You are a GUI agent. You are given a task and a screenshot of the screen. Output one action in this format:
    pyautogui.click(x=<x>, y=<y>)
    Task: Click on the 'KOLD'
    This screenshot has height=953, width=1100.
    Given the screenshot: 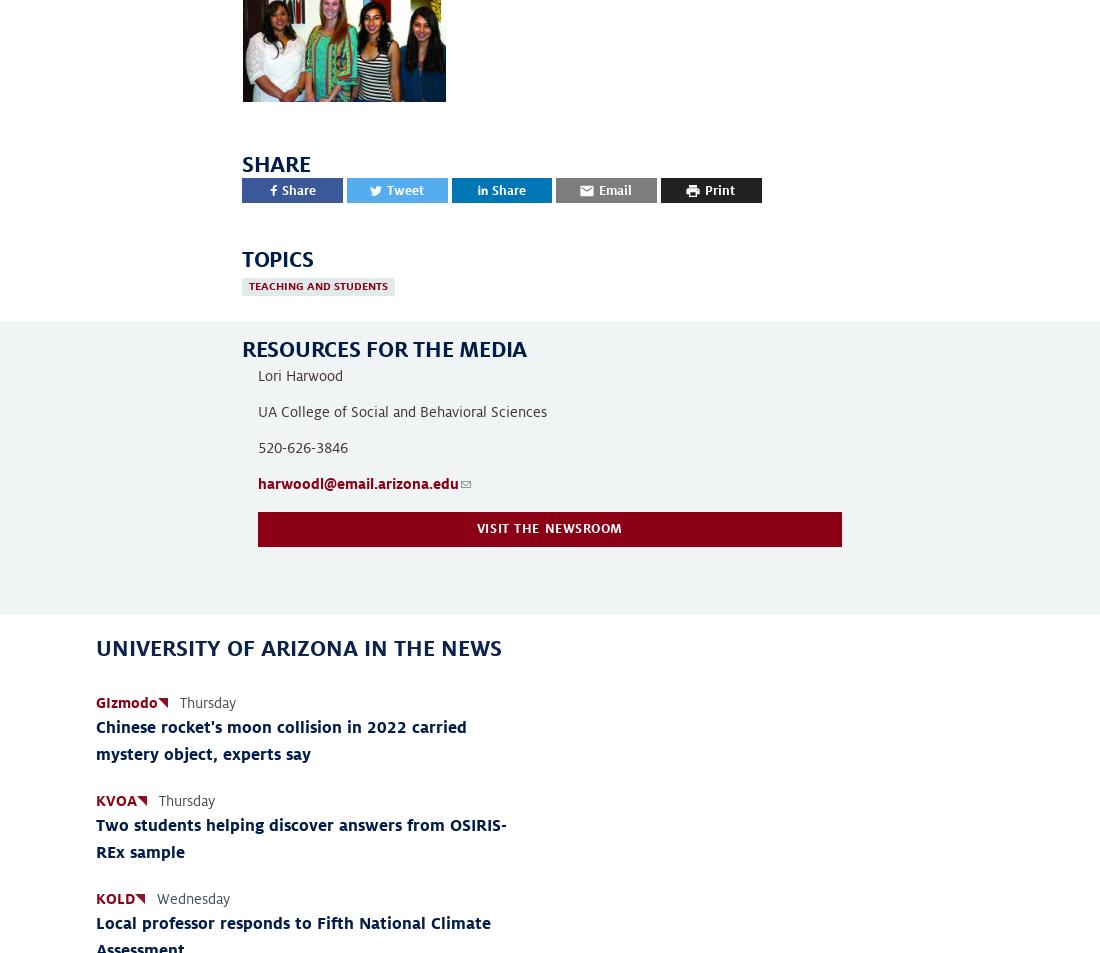 What is the action you would take?
    pyautogui.click(x=115, y=898)
    